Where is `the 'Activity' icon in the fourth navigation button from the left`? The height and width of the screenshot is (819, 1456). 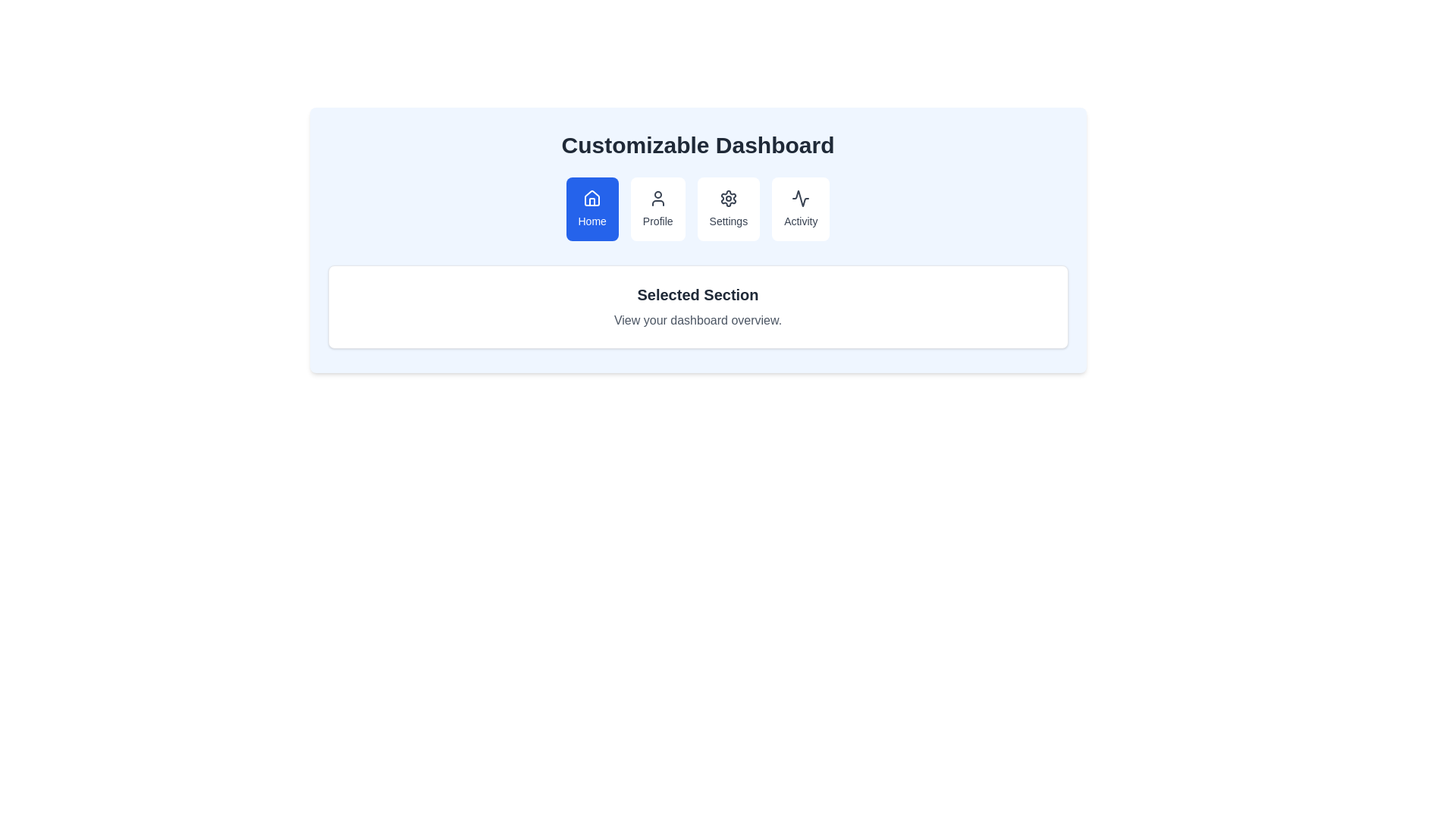
the 'Activity' icon in the fourth navigation button from the left is located at coordinates (800, 198).